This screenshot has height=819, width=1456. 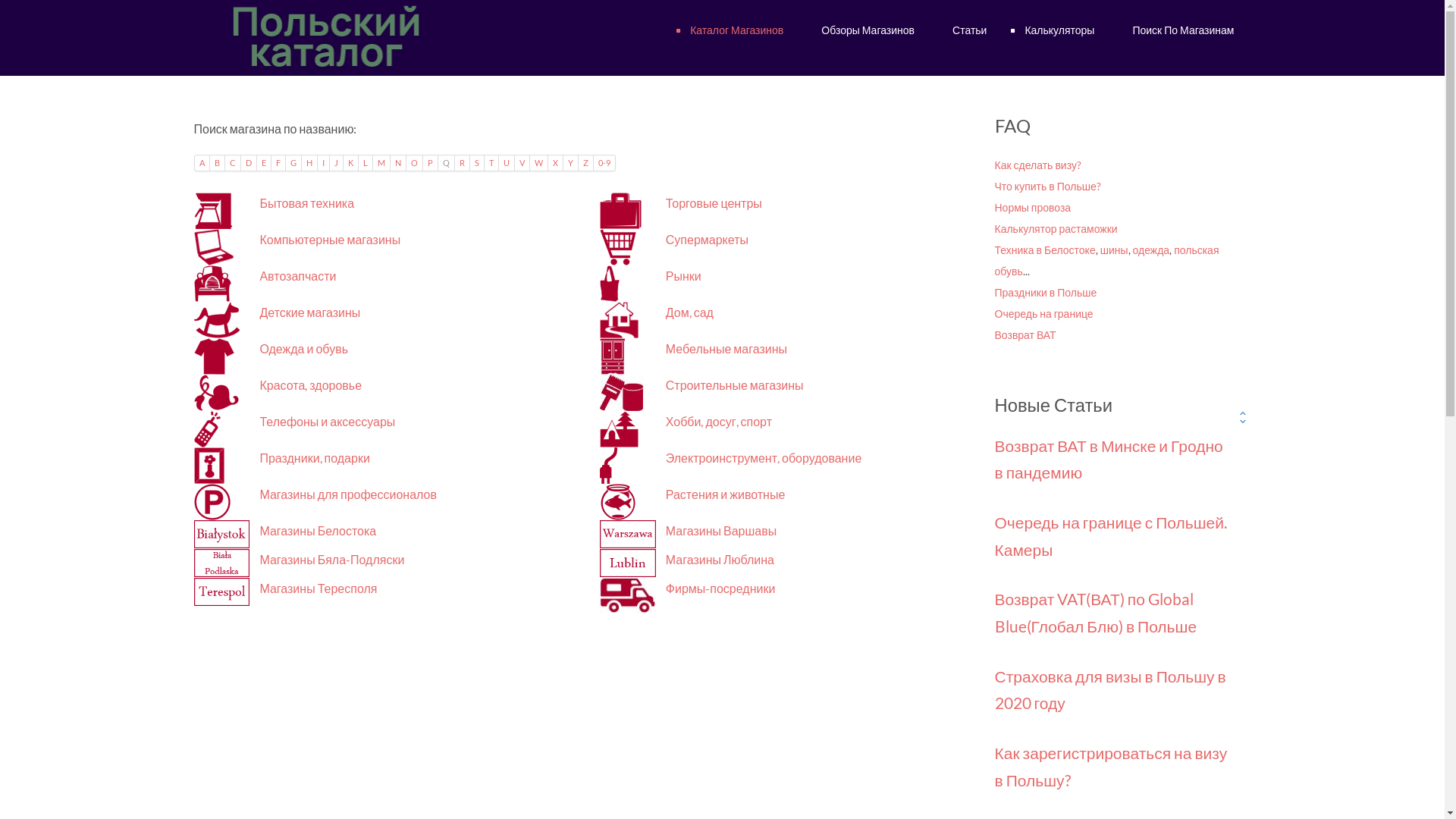 I want to click on 'J', so click(x=334, y=163).